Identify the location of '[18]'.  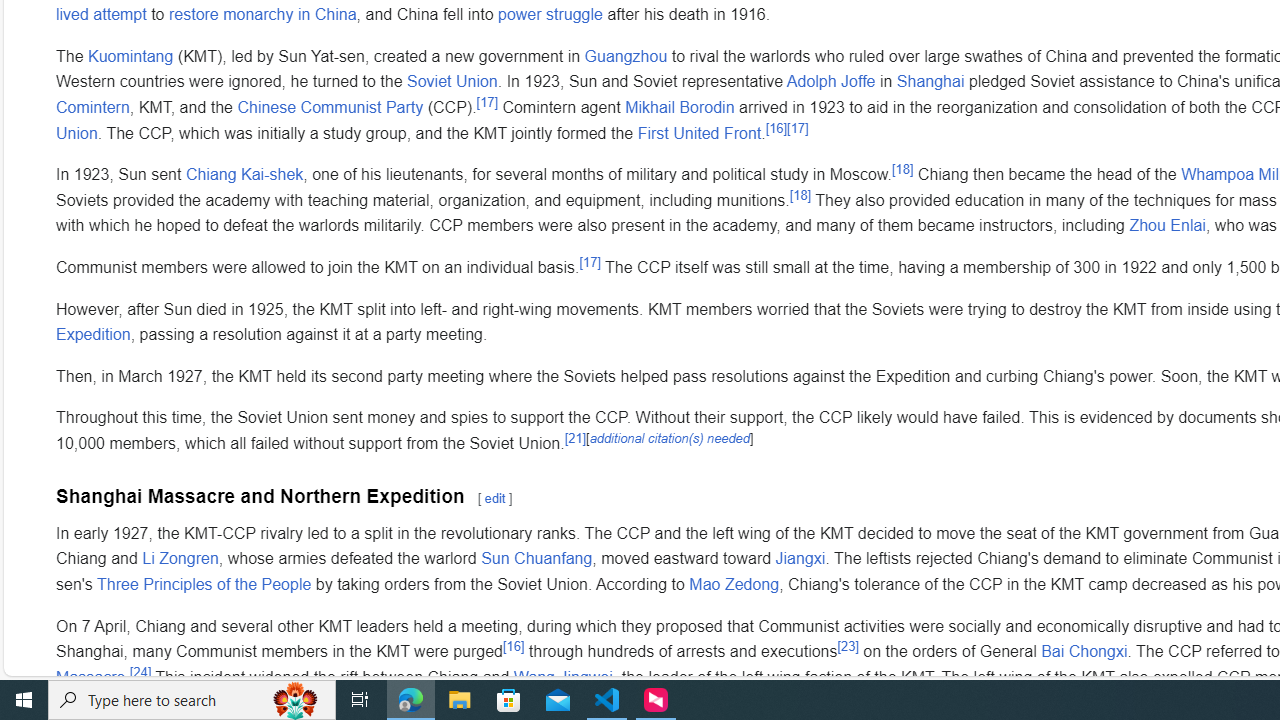
(800, 195).